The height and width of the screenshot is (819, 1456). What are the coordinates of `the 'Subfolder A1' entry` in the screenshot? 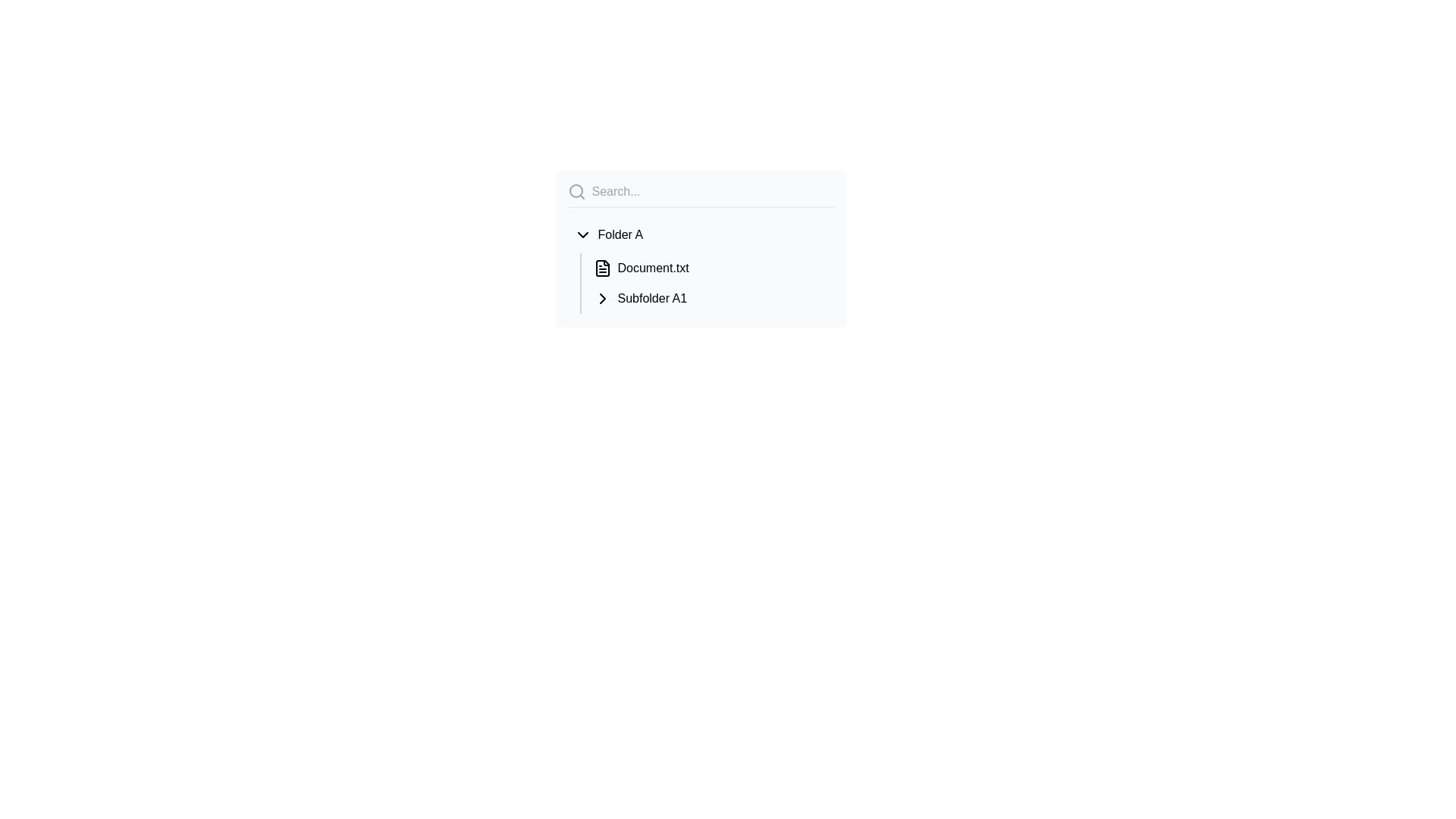 It's located at (710, 298).